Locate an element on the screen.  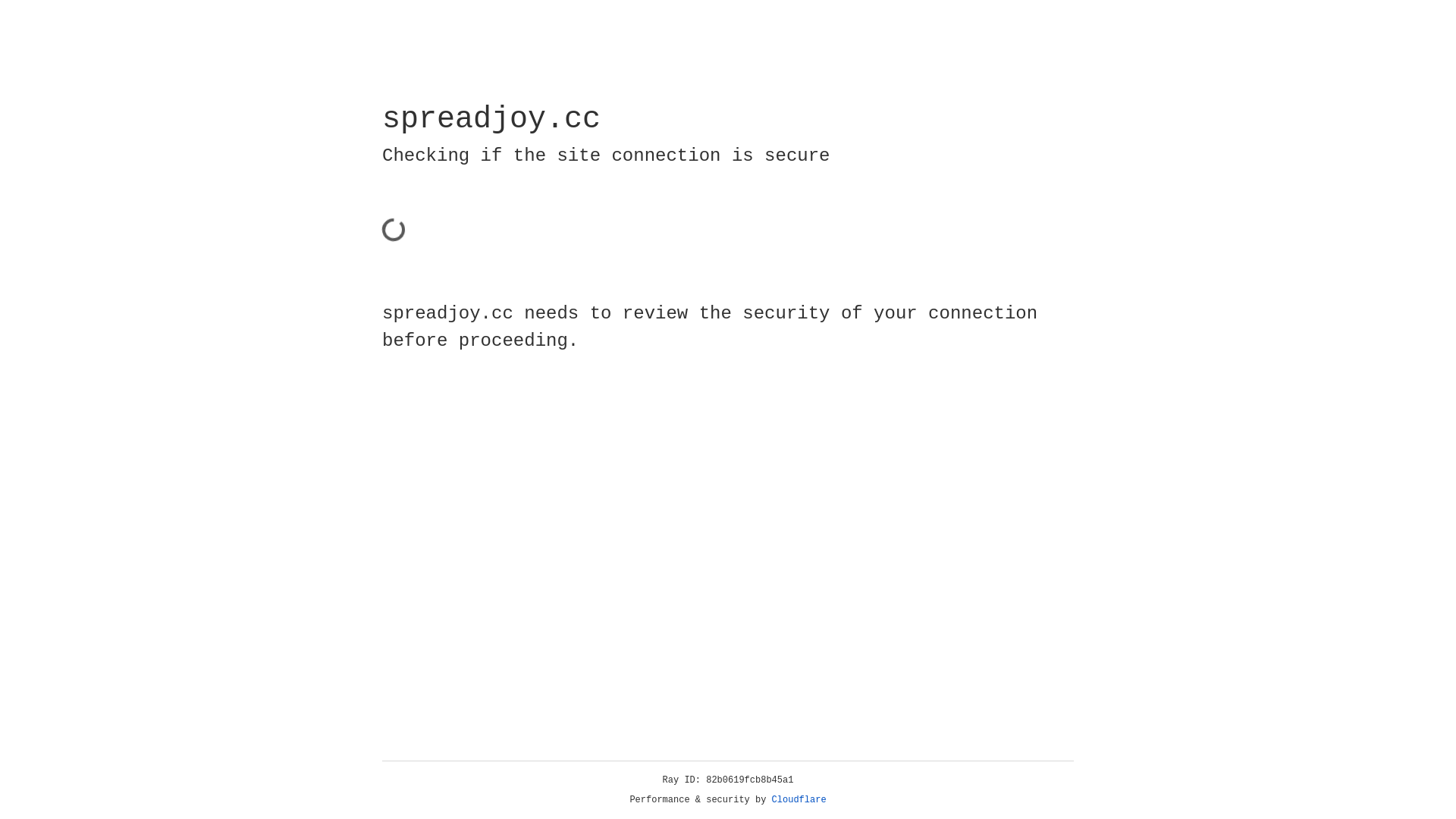
'Cloudflare' is located at coordinates (771, 799).